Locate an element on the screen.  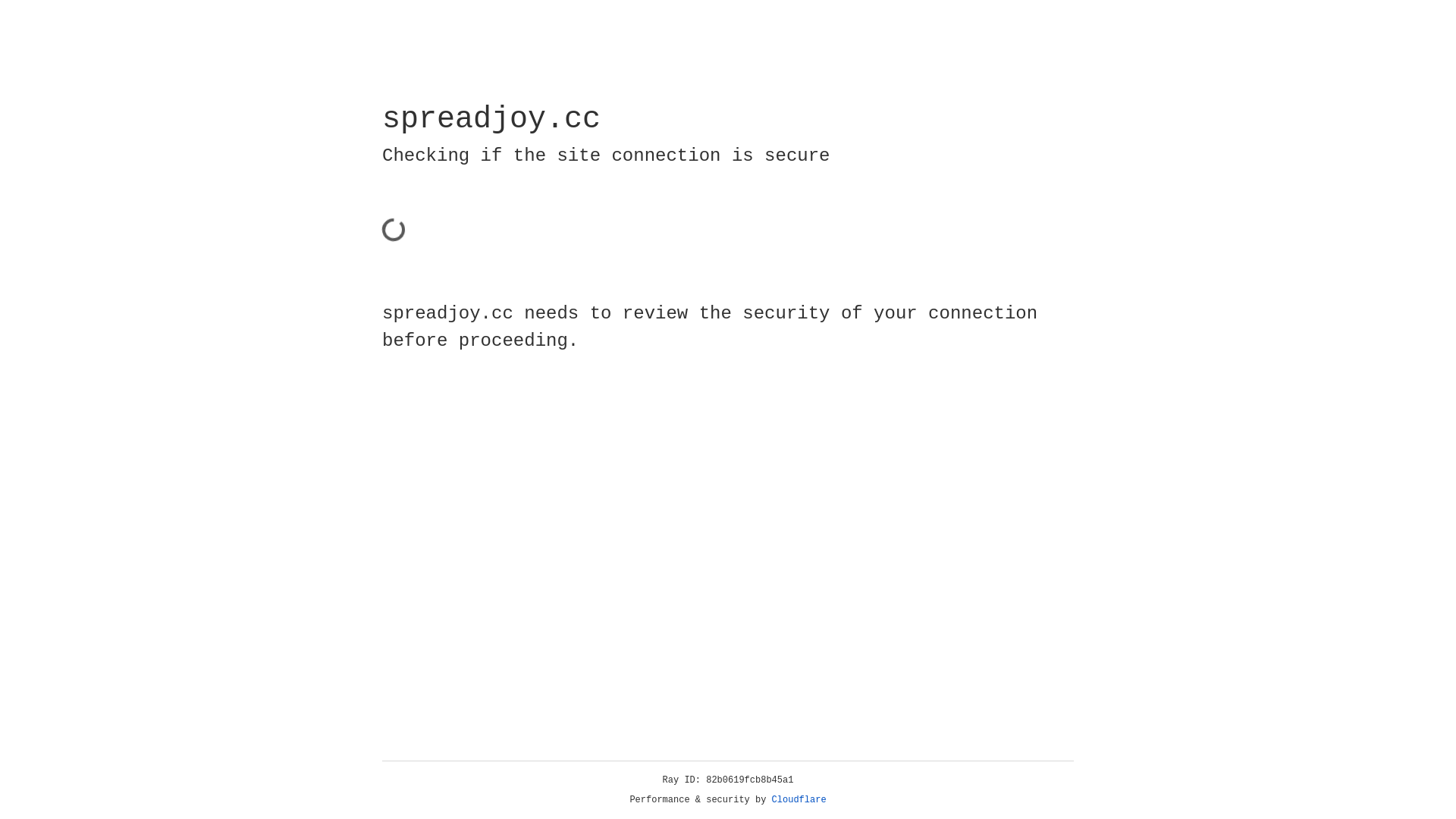
'Cloudflare' is located at coordinates (771, 799).